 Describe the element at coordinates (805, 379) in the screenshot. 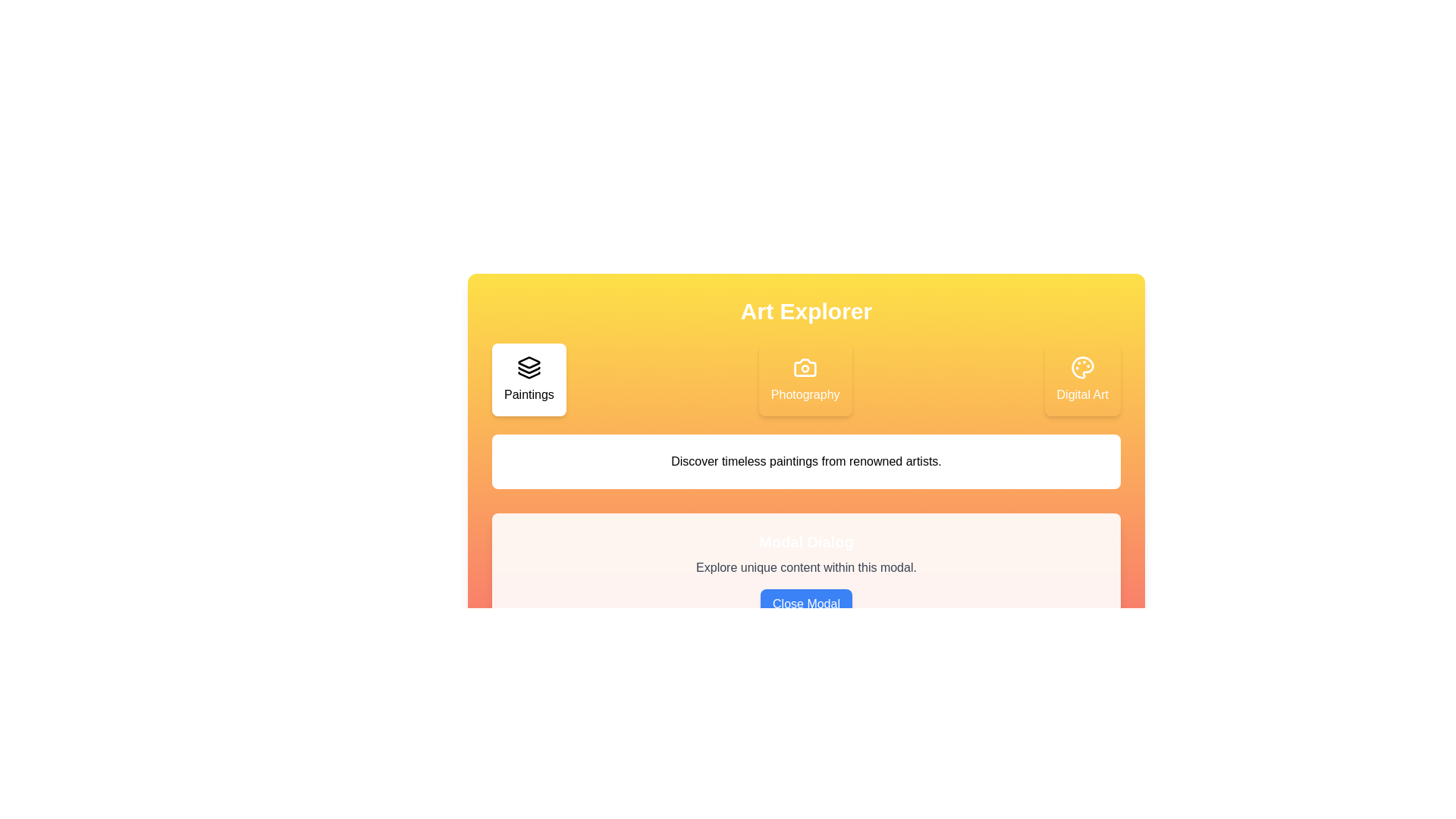

I see `the Photography tab to view its content` at that location.